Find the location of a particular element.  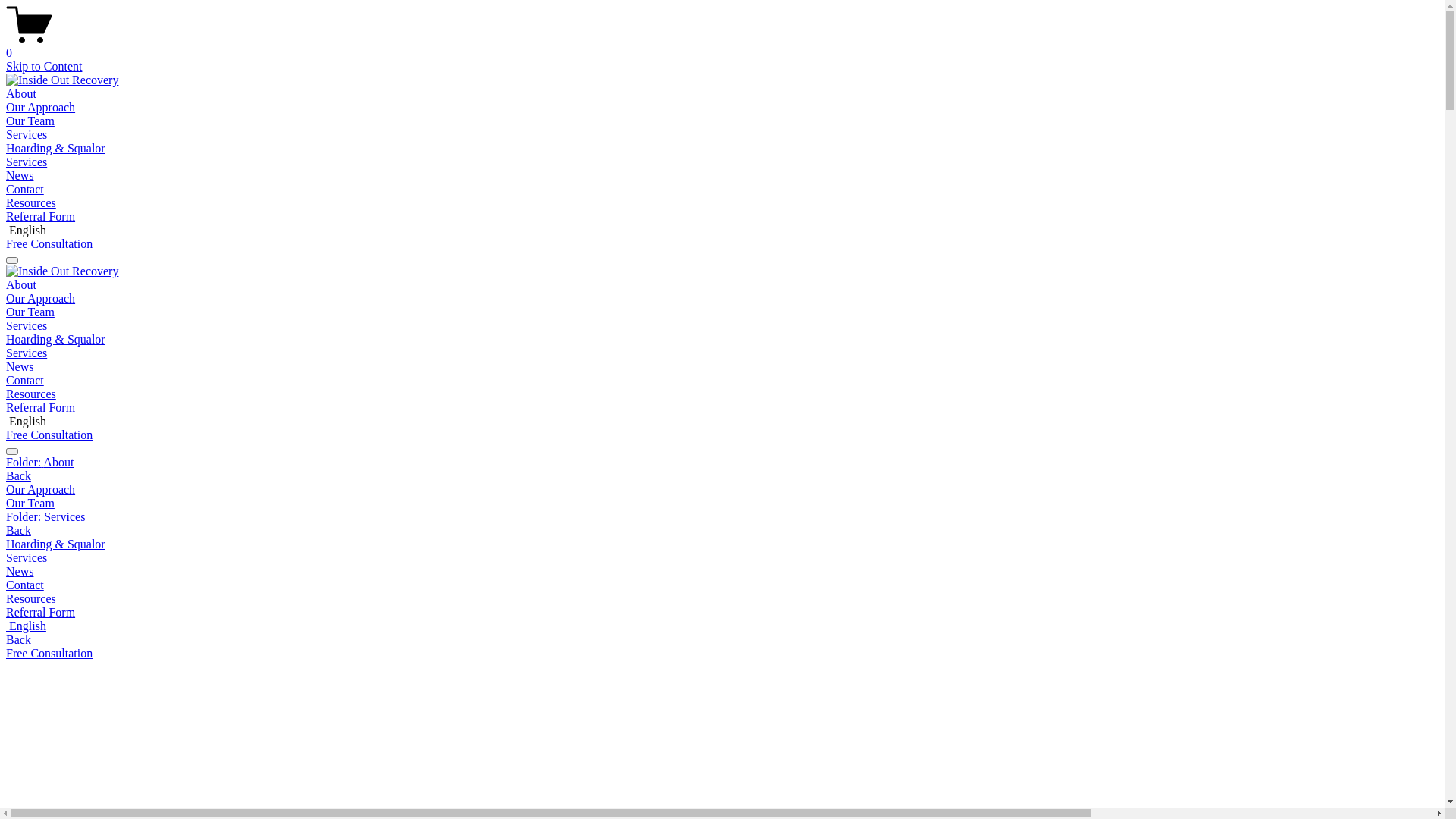

'Services' is located at coordinates (26, 353).